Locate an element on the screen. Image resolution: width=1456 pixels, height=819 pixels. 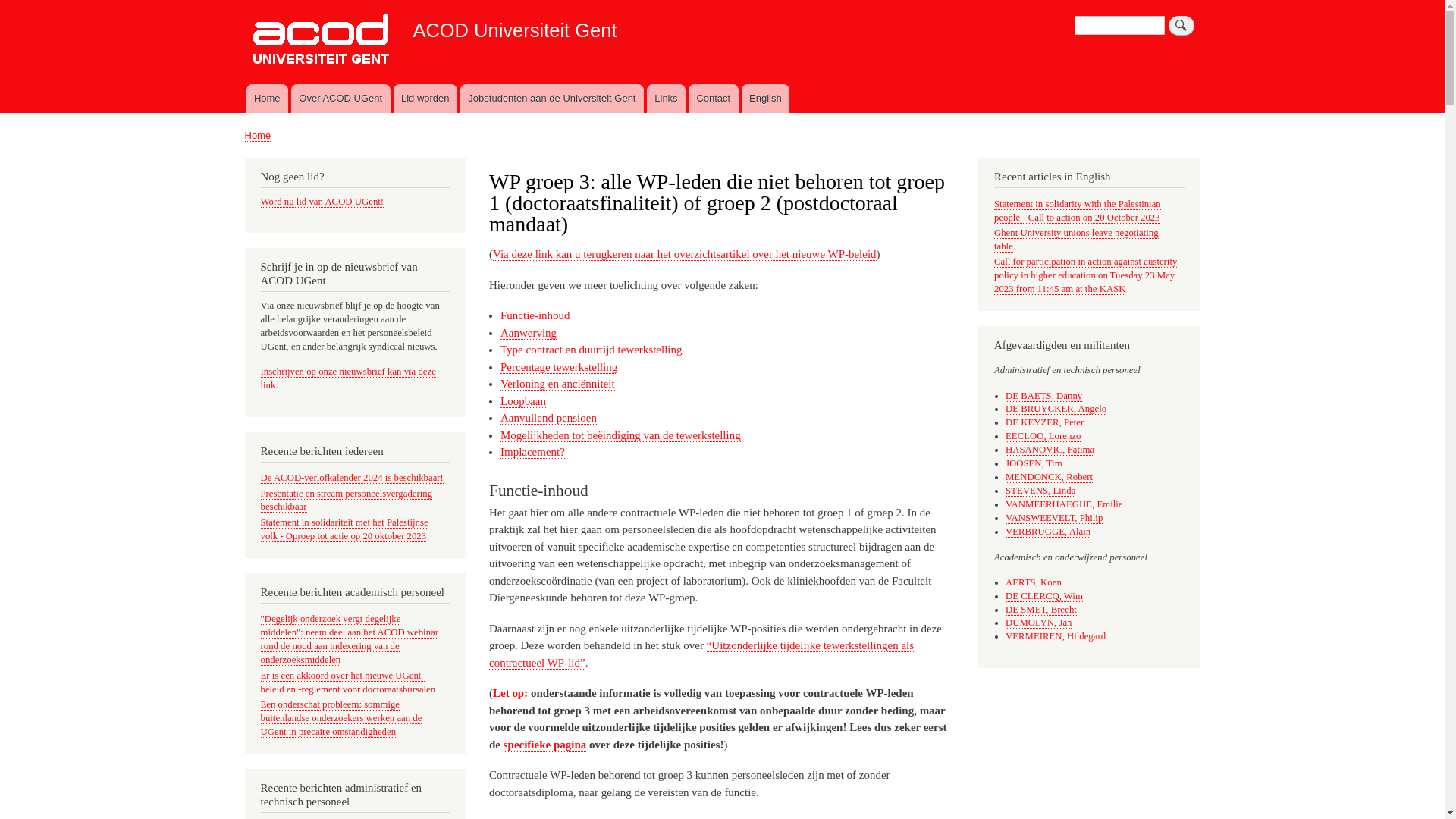
'Functie-inhoud' is located at coordinates (535, 315).